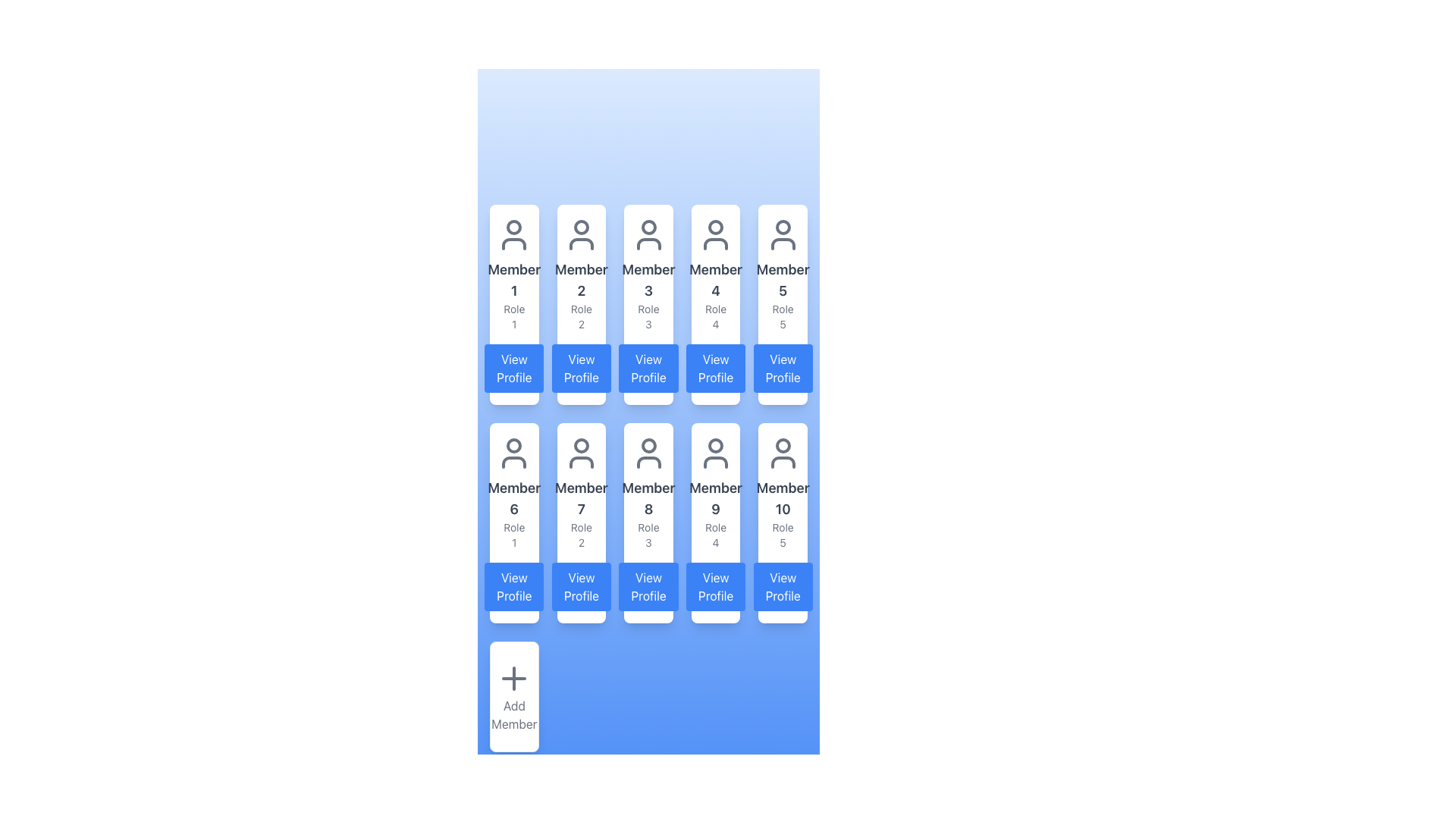  I want to click on the gray user avatar icon representing 'Member 5', so click(783, 234).